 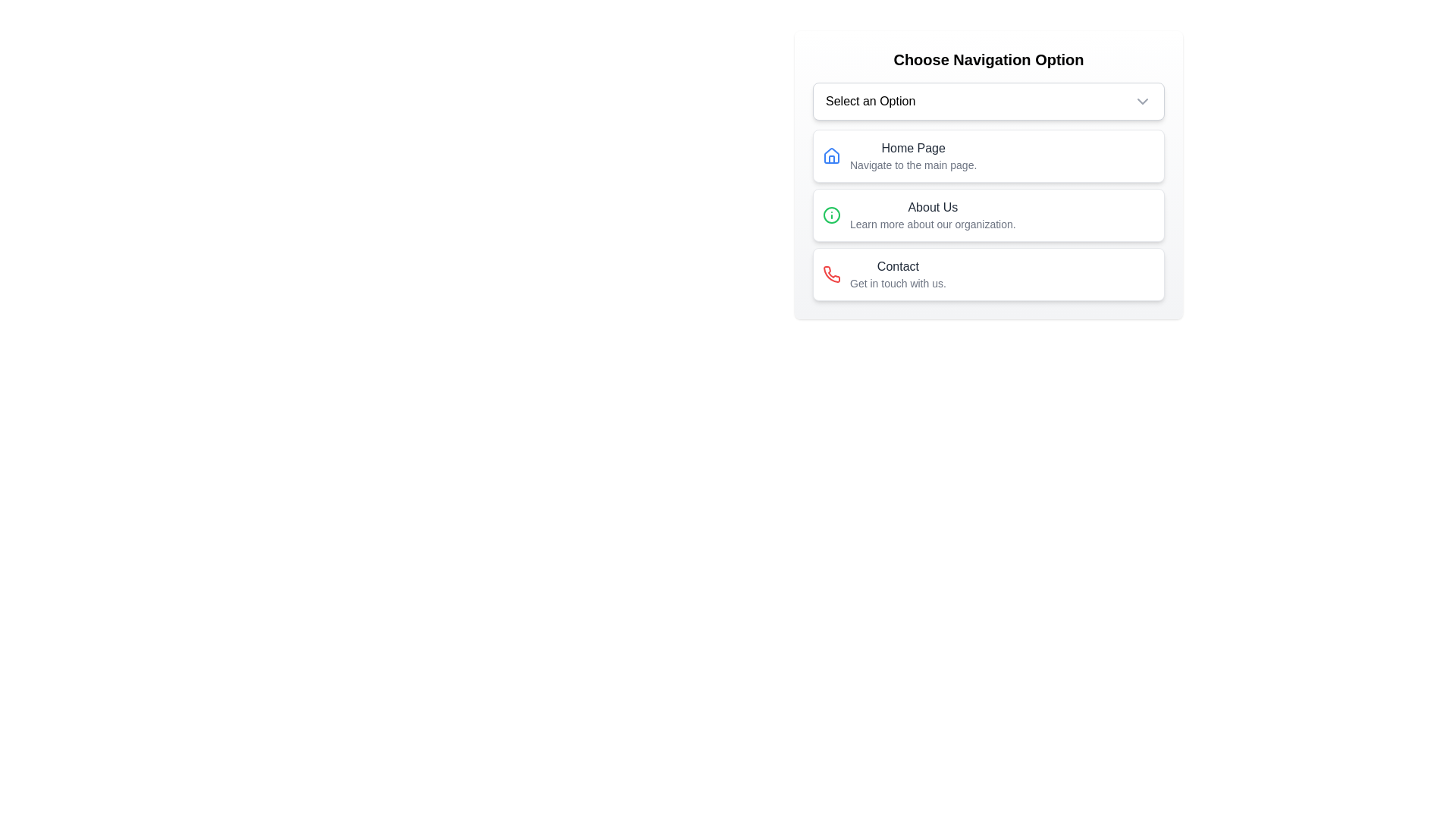 I want to click on the 'Home Page' button in the navigation menu, so click(x=912, y=155).